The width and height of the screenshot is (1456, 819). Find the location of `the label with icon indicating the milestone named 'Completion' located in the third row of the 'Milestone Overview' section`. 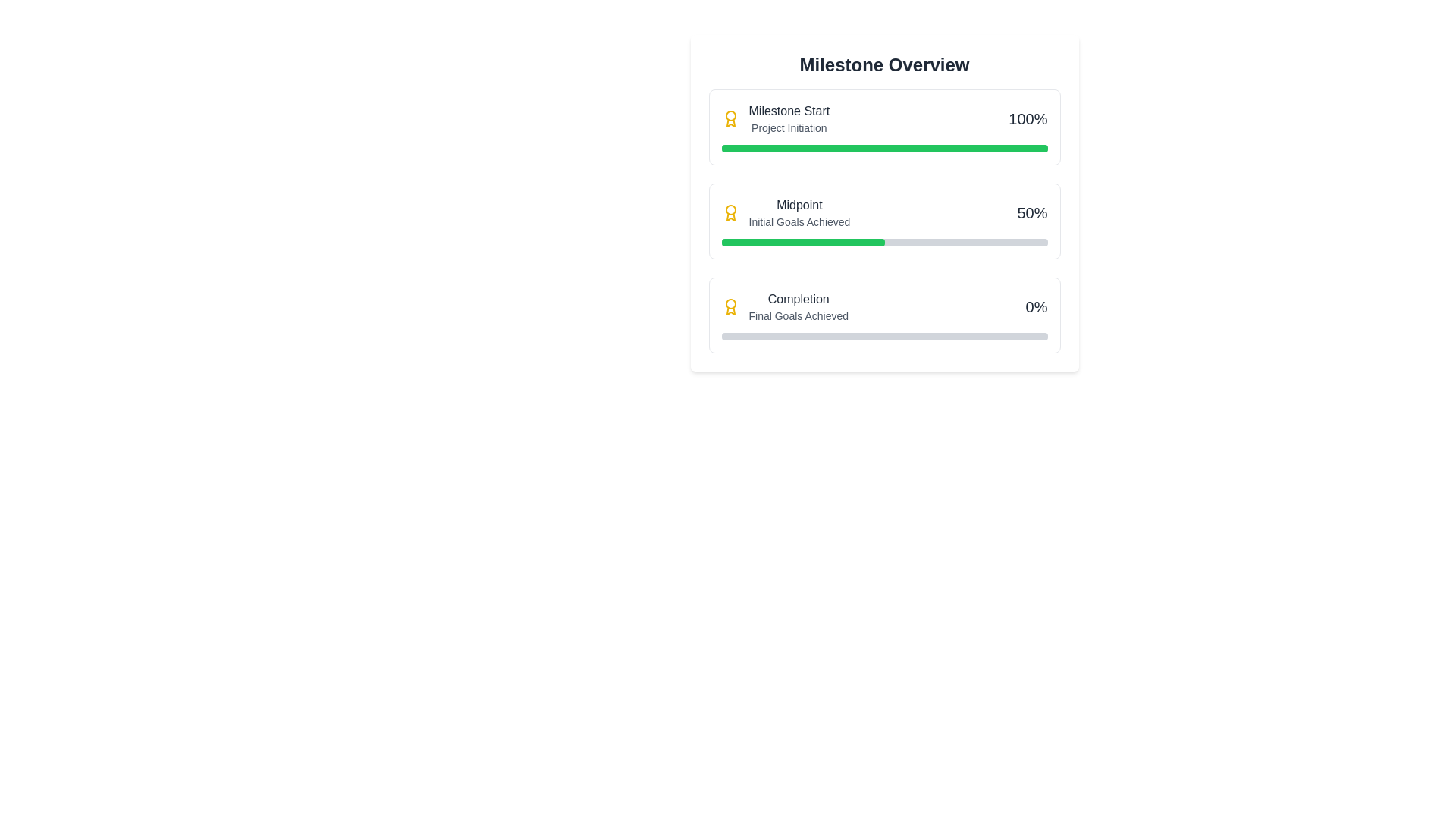

the label with icon indicating the milestone named 'Completion' located in the third row of the 'Milestone Overview' section is located at coordinates (785, 307).